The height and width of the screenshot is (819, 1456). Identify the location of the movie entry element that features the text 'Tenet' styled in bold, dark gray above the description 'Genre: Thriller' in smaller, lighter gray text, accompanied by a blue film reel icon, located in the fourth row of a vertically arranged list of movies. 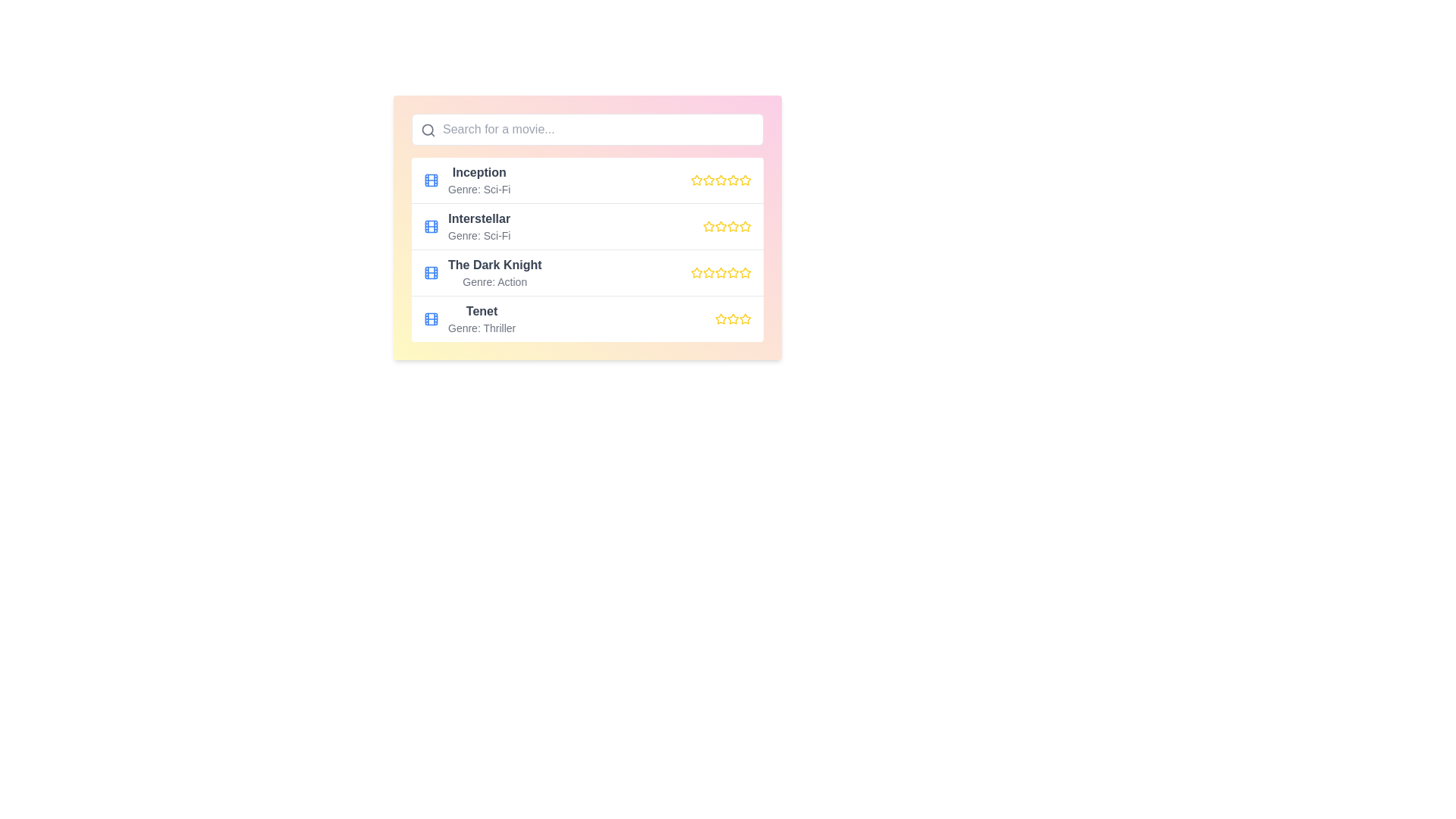
(469, 318).